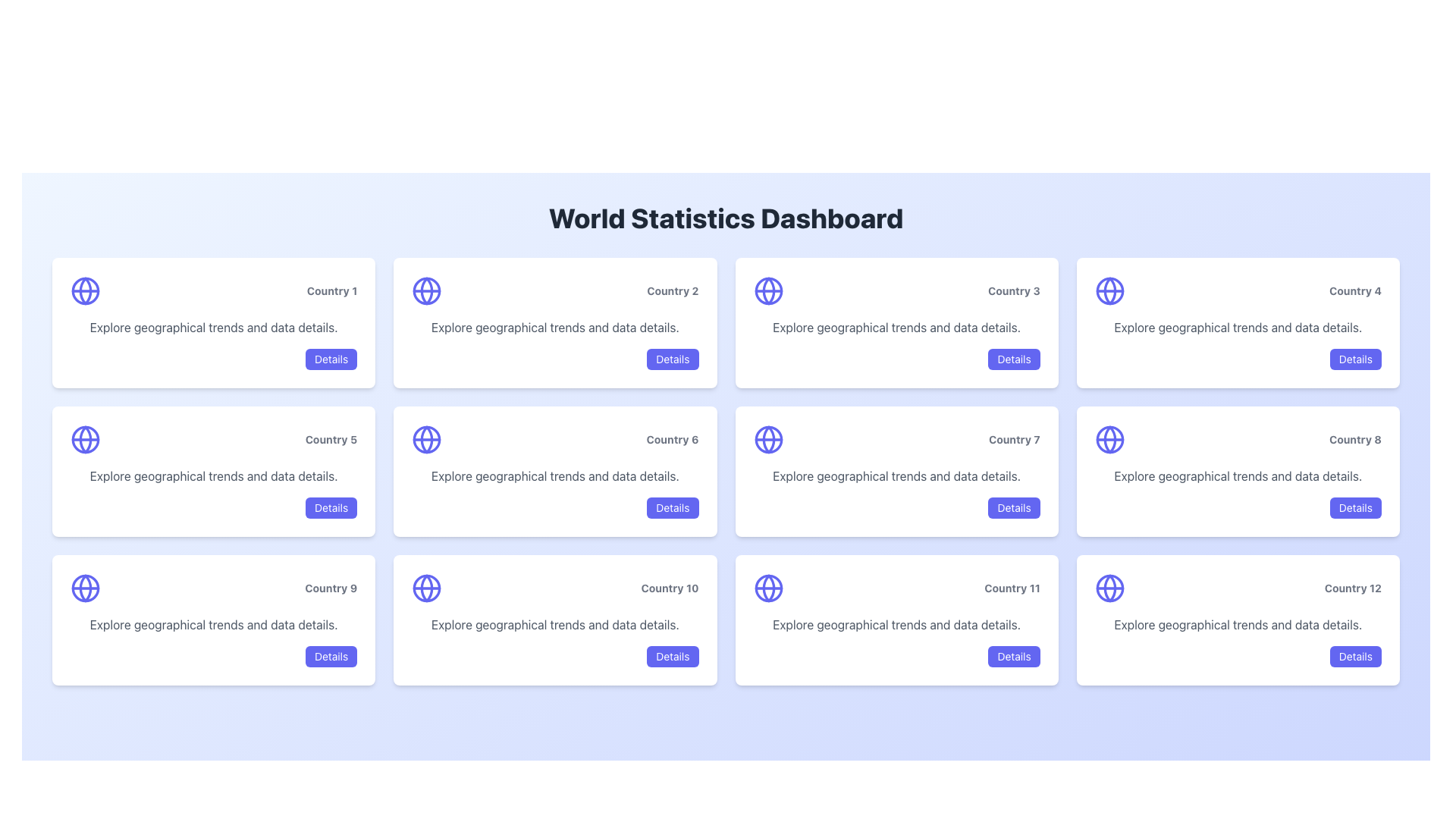 This screenshot has height=819, width=1456. What do you see at coordinates (426, 587) in the screenshot?
I see `the circular globe icon on the left side of the 'Country 10' section in the UI` at bounding box center [426, 587].